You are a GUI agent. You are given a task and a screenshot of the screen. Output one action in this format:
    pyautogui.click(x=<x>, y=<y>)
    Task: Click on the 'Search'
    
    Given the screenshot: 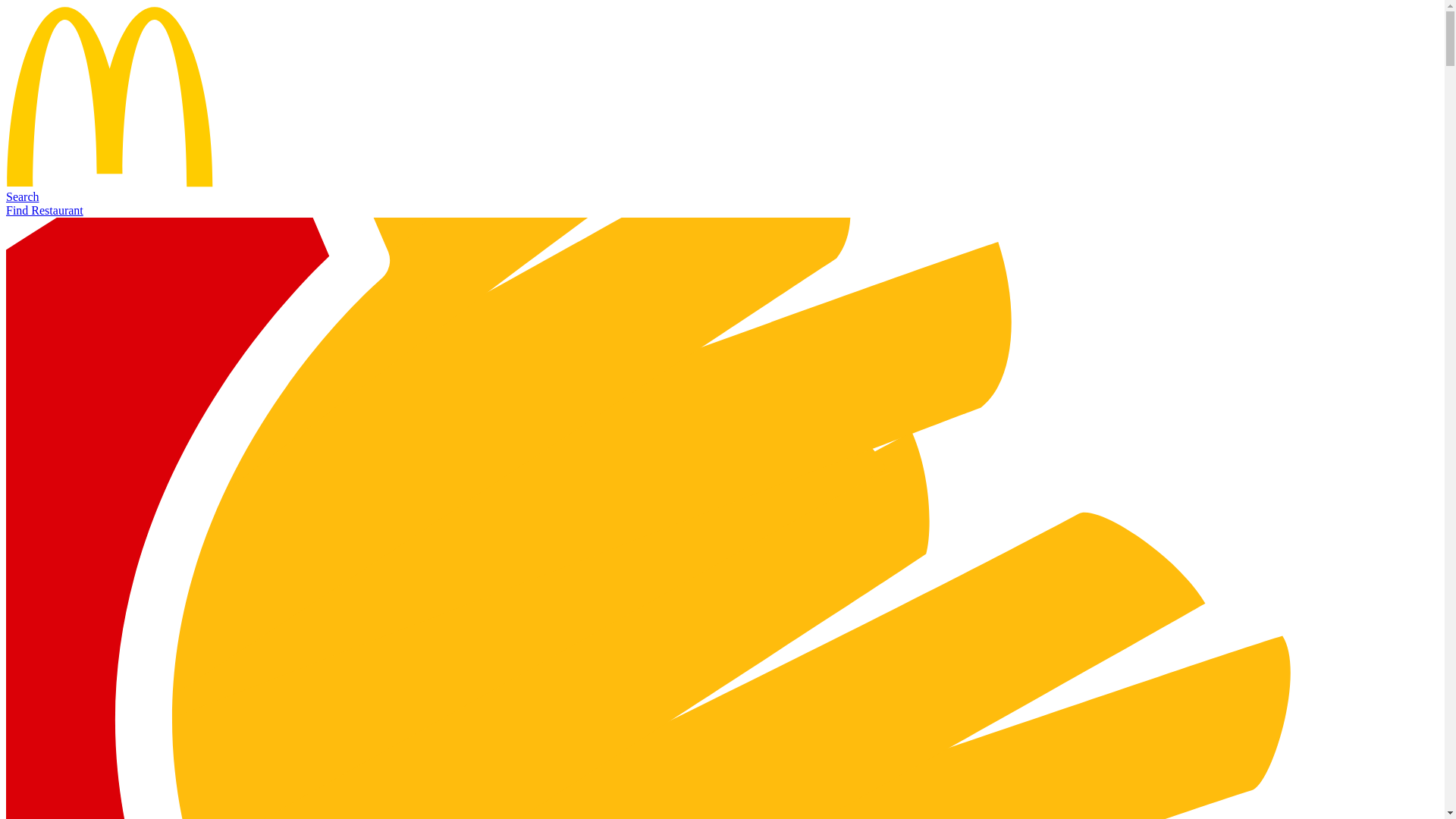 What is the action you would take?
    pyautogui.click(x=22, y=195)
    